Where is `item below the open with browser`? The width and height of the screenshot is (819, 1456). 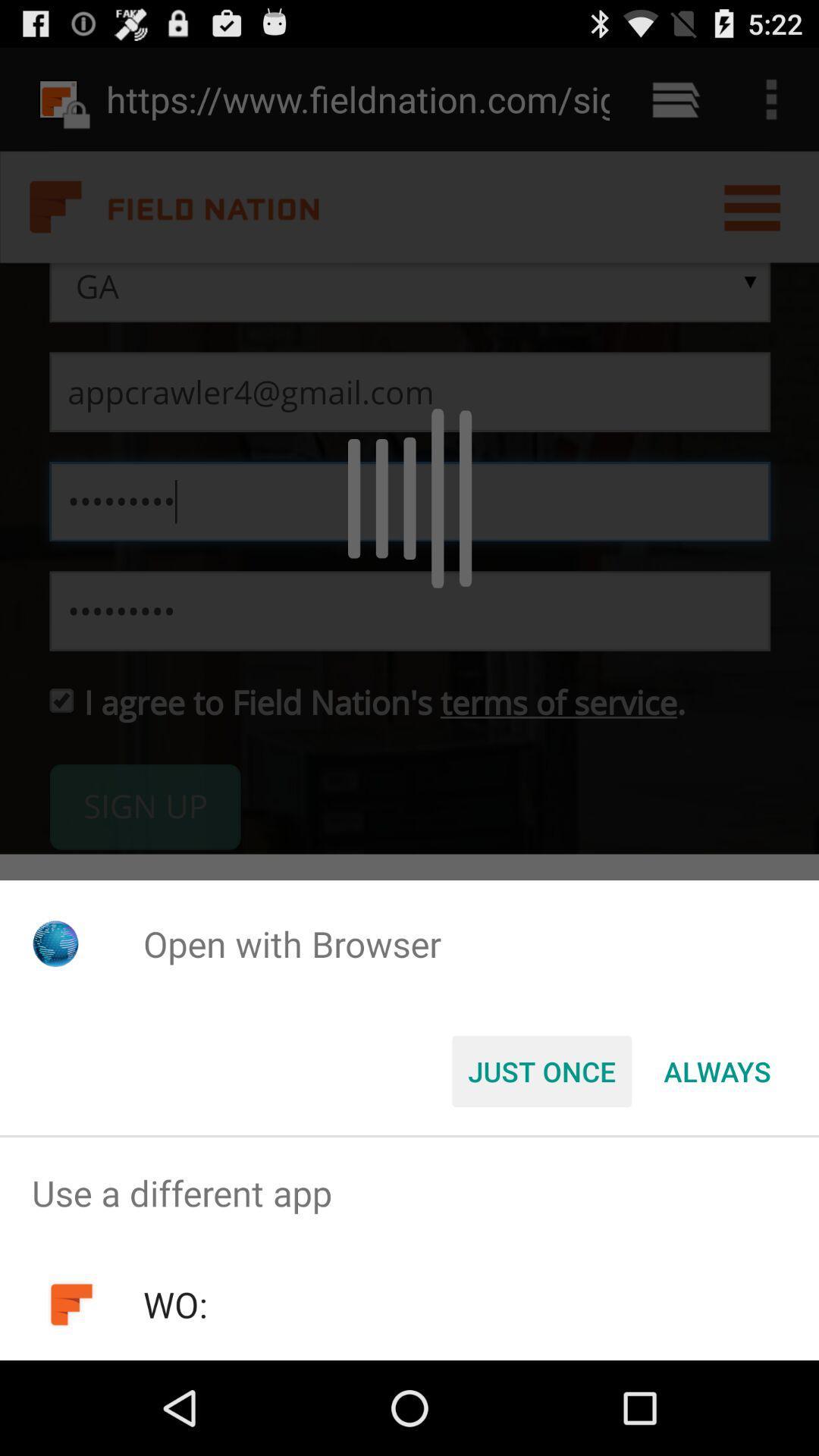
item below the open with browser is located at coordinates (541, 1070).